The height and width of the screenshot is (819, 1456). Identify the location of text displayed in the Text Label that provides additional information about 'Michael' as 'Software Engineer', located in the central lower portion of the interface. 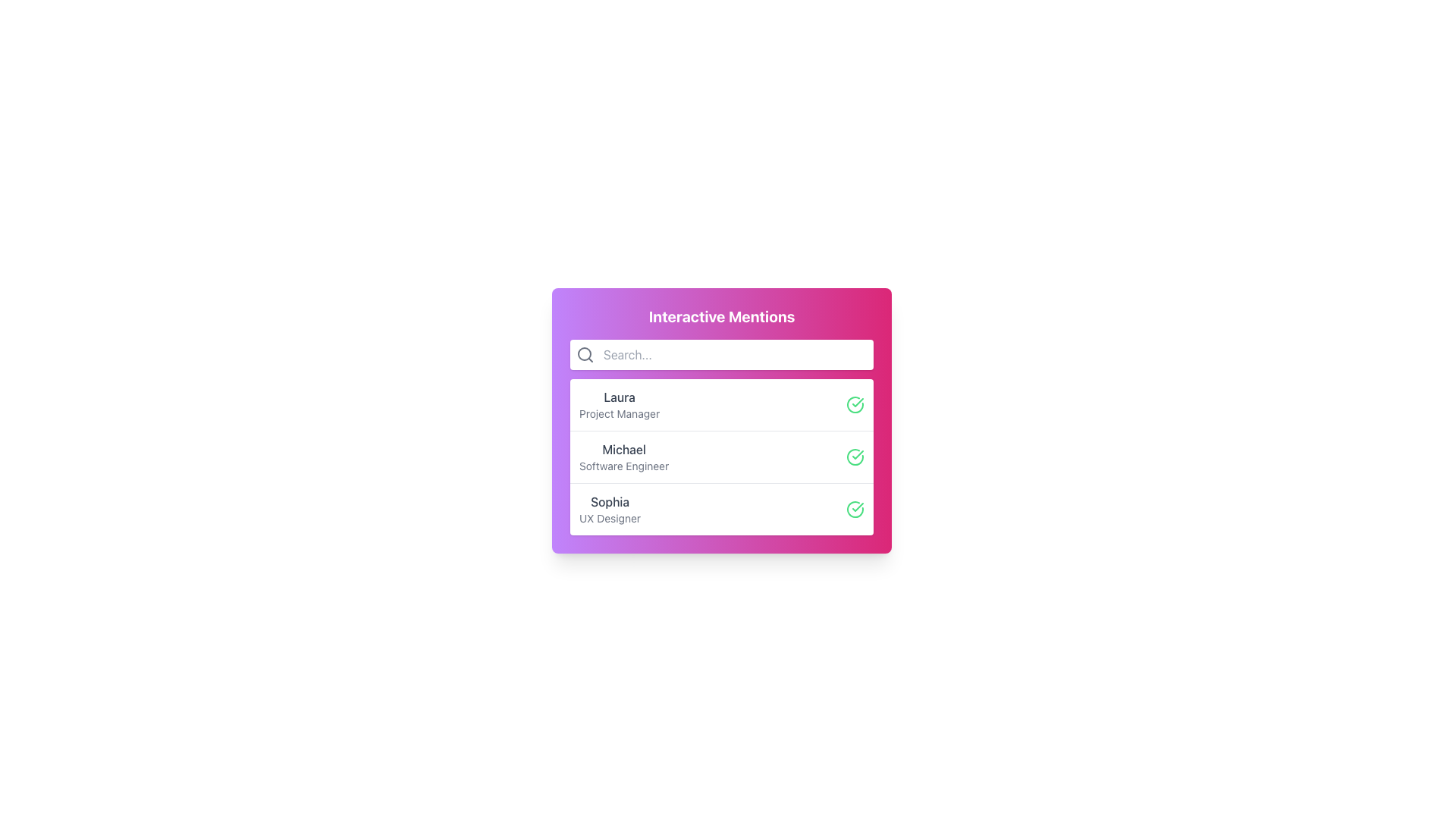
(624, 465).